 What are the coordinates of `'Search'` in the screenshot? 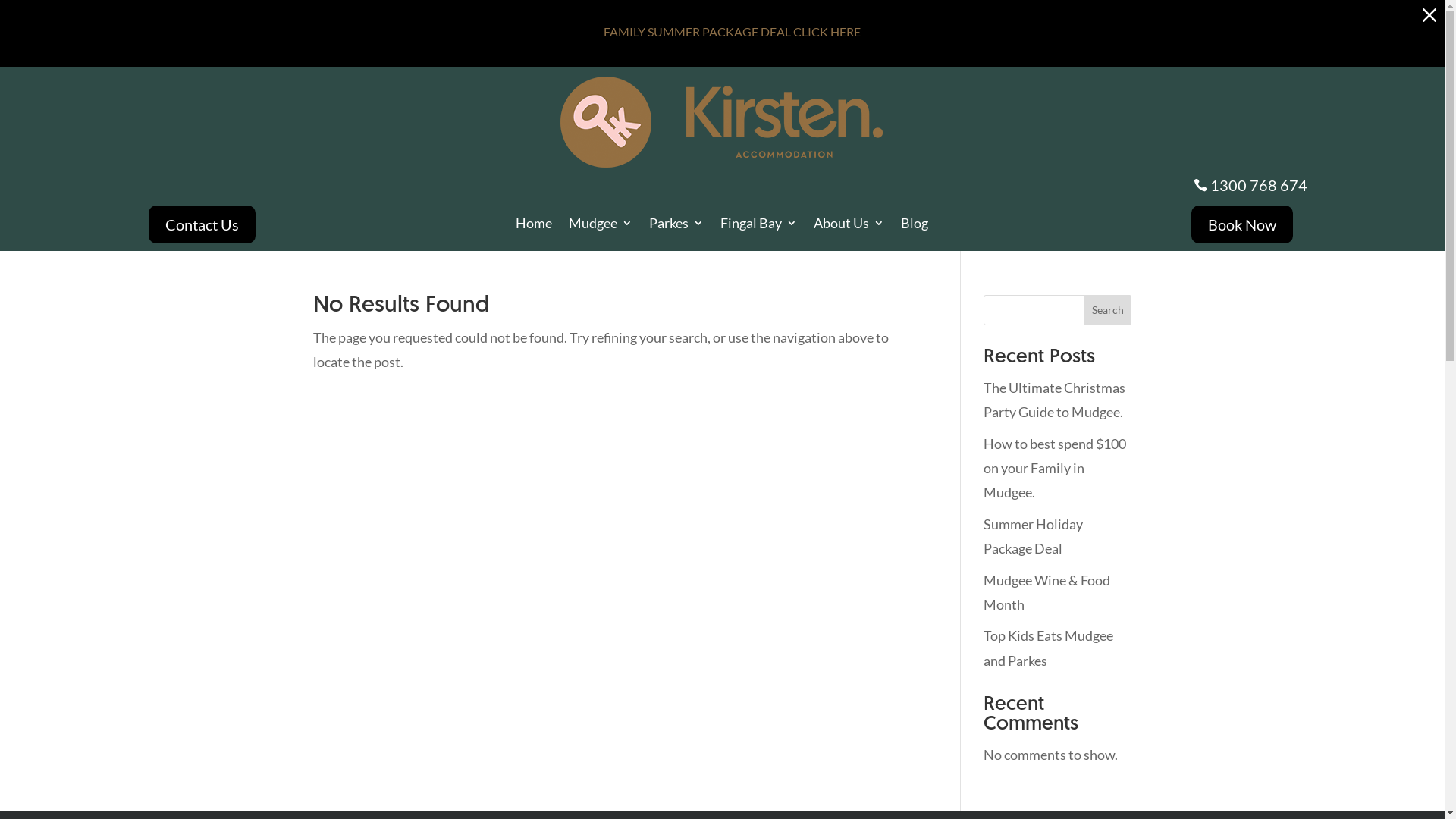 It's located at (1107, 309).